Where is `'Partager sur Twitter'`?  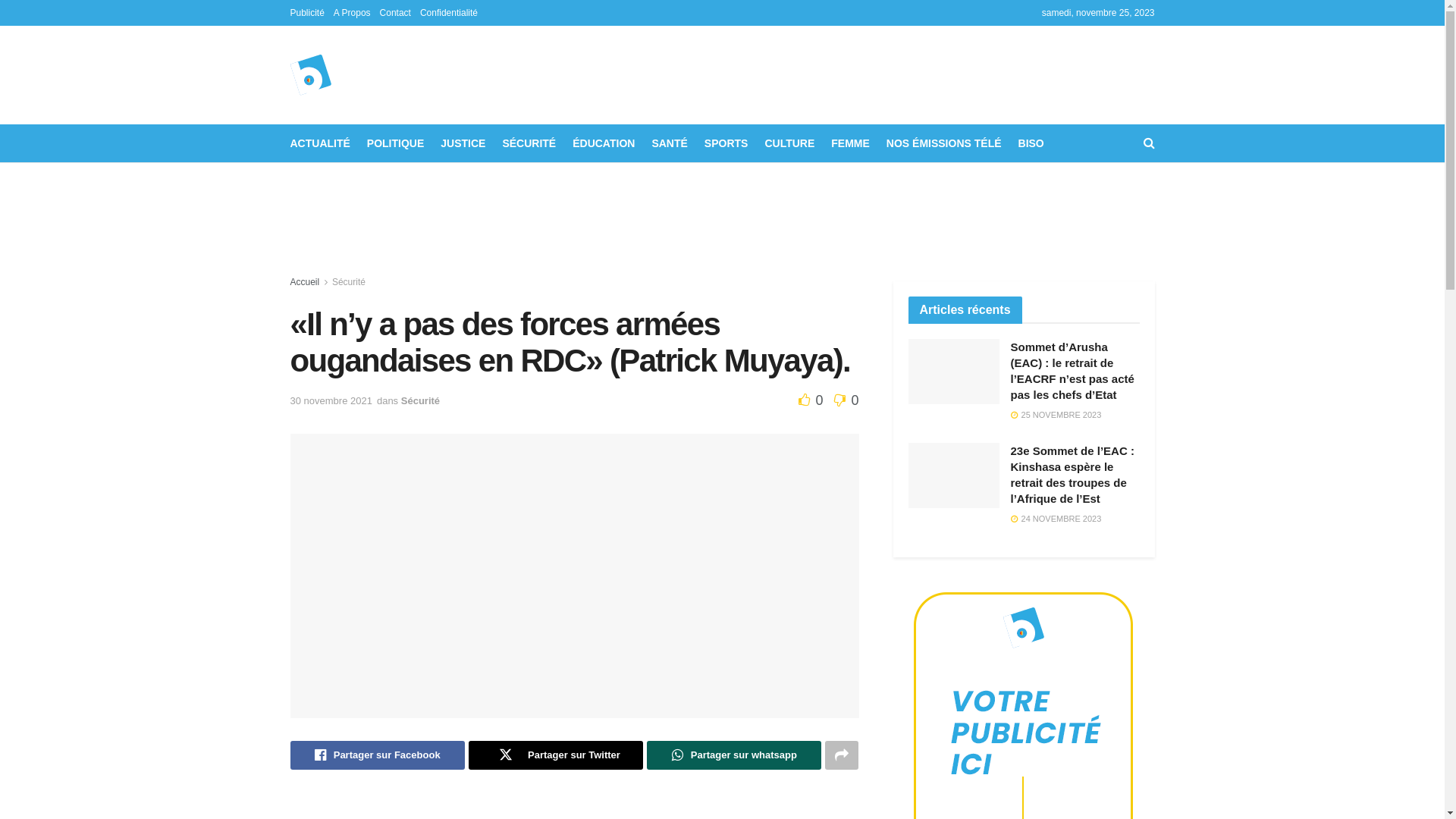
'Partager sur Twitter' is located at coordinates (555, 755).